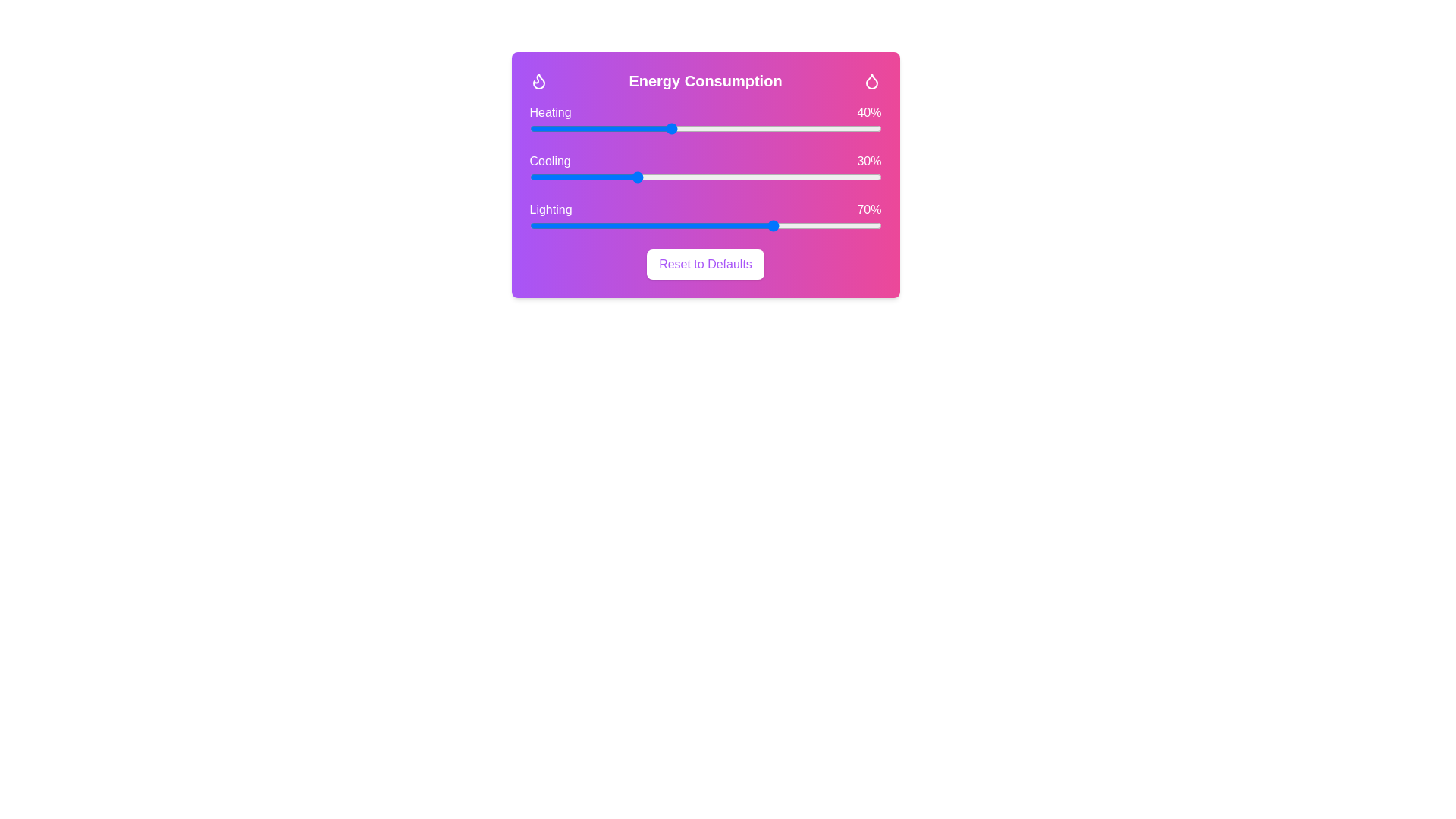 The image size is (1456, 819). I want to click on the 'Heating' slider to 59%, so click(737, 127).